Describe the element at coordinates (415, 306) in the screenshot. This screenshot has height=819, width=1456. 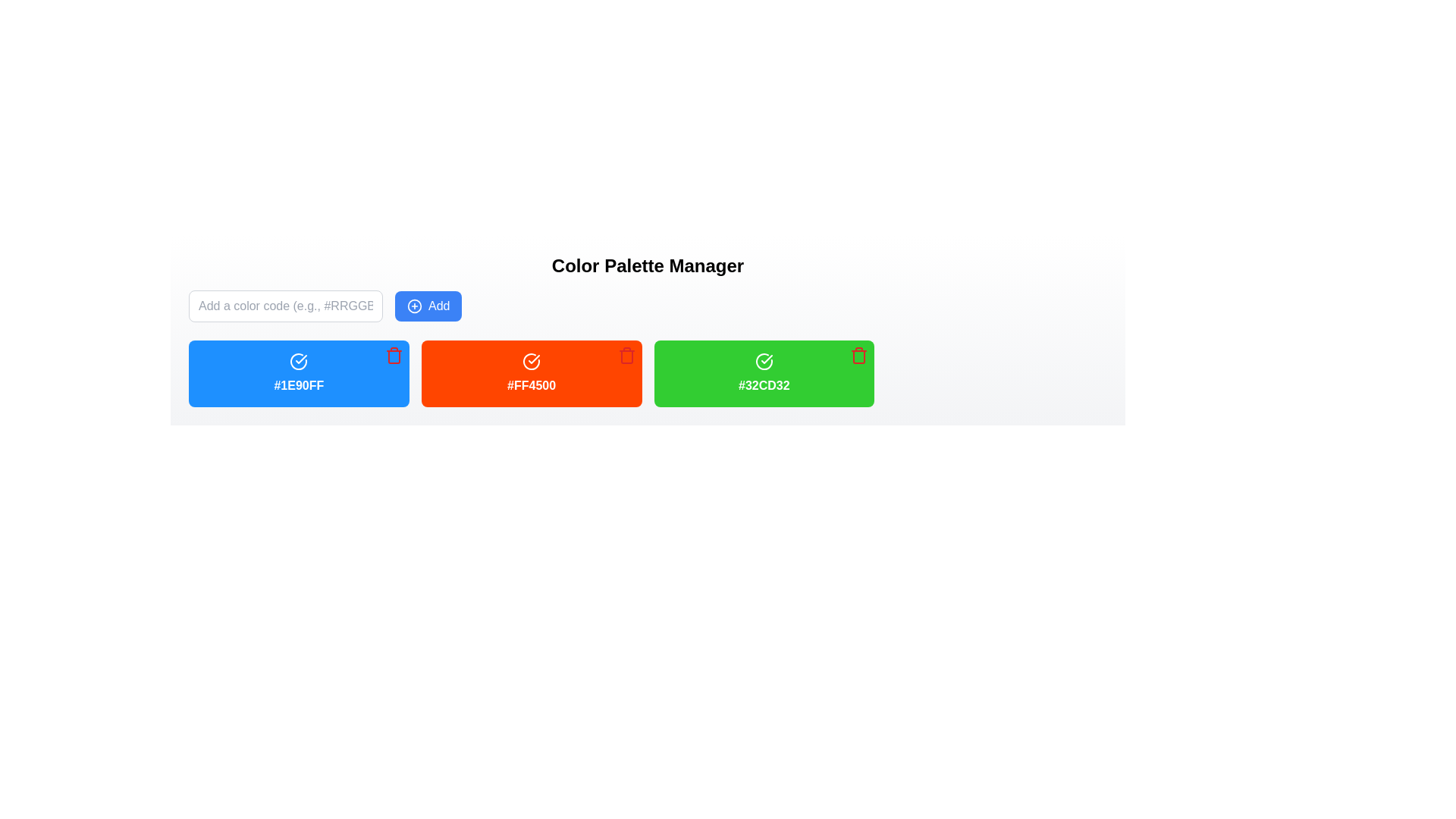
I see `the icon to the left of the 'Add' text label inside the rectangular button that indicates adding an item` at that location.